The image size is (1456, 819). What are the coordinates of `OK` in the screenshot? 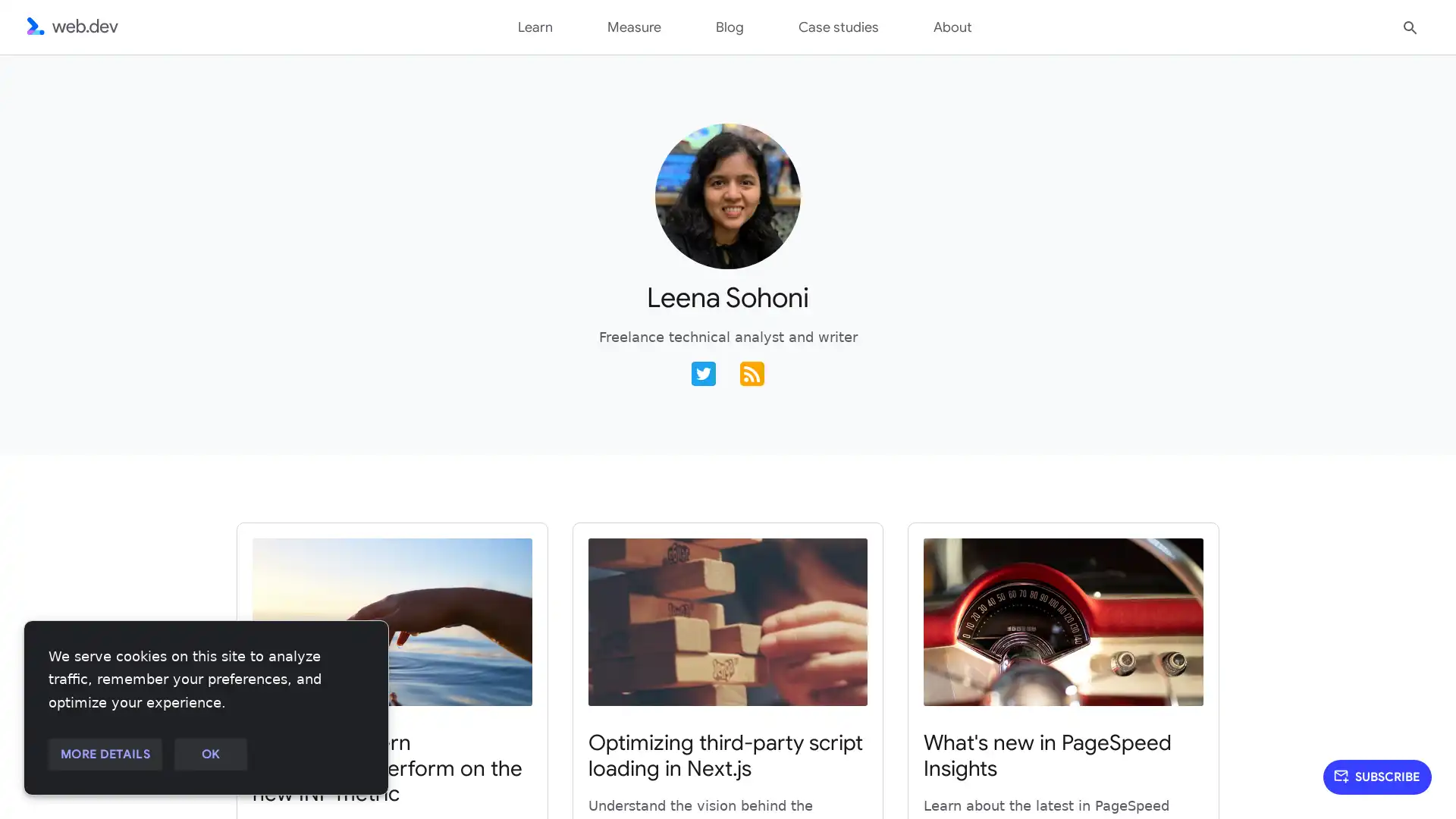 It's located at (209, 755).